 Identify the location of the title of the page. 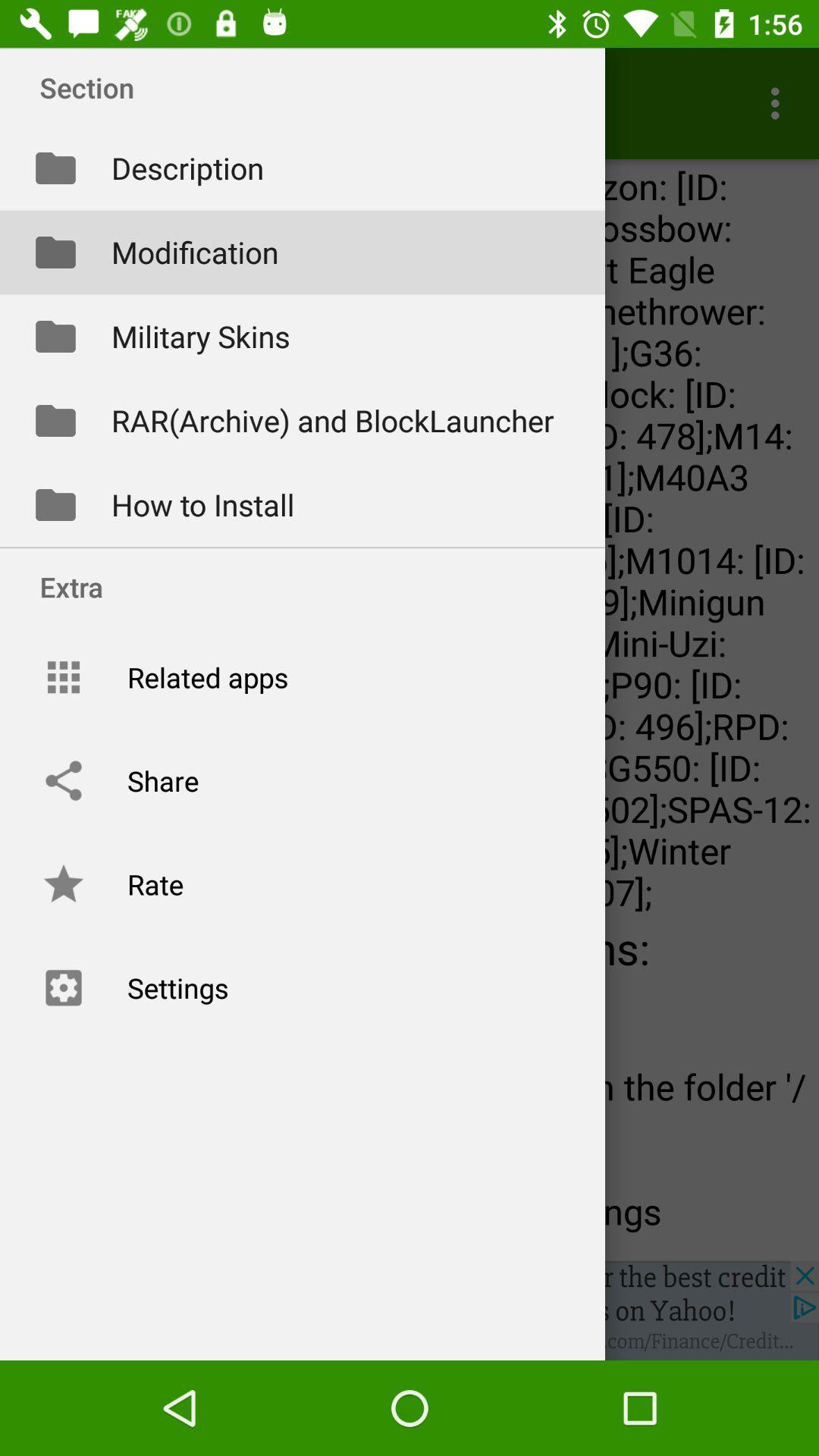
(306, 86).